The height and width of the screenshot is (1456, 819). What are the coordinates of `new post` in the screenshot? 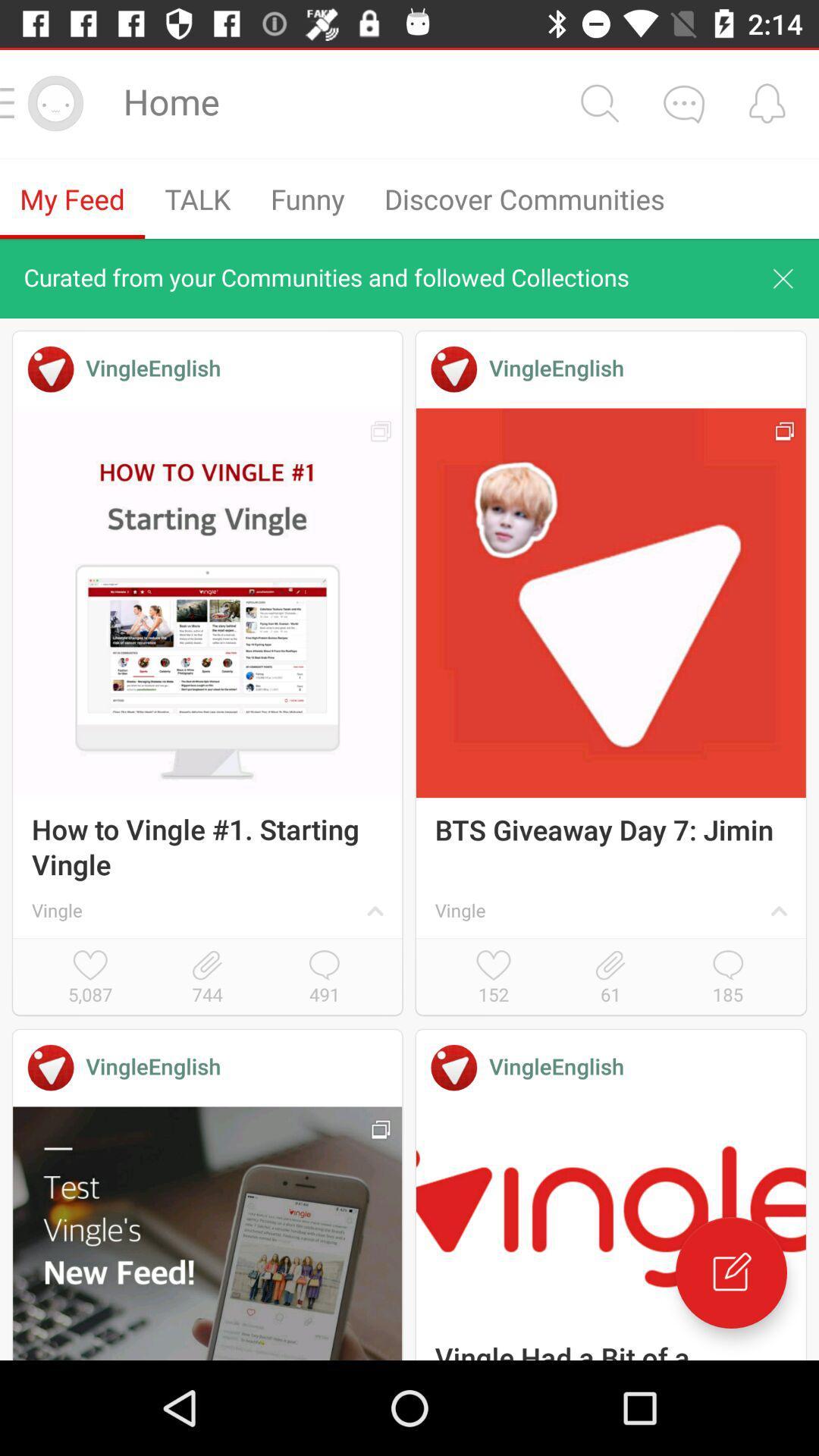 It's located at (730, 1272).